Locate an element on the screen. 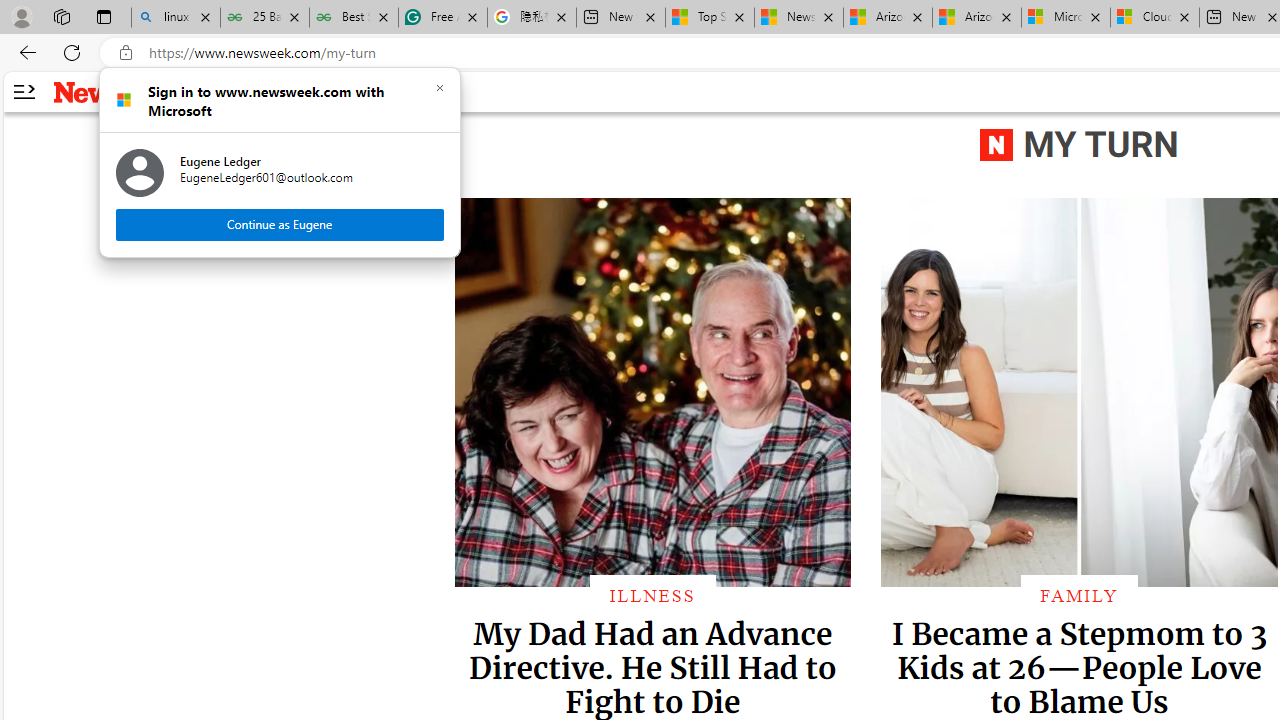  '25 Basic Linux Commands For Beginners - GeeksforGeeks' is located at coordinates (263, 17).